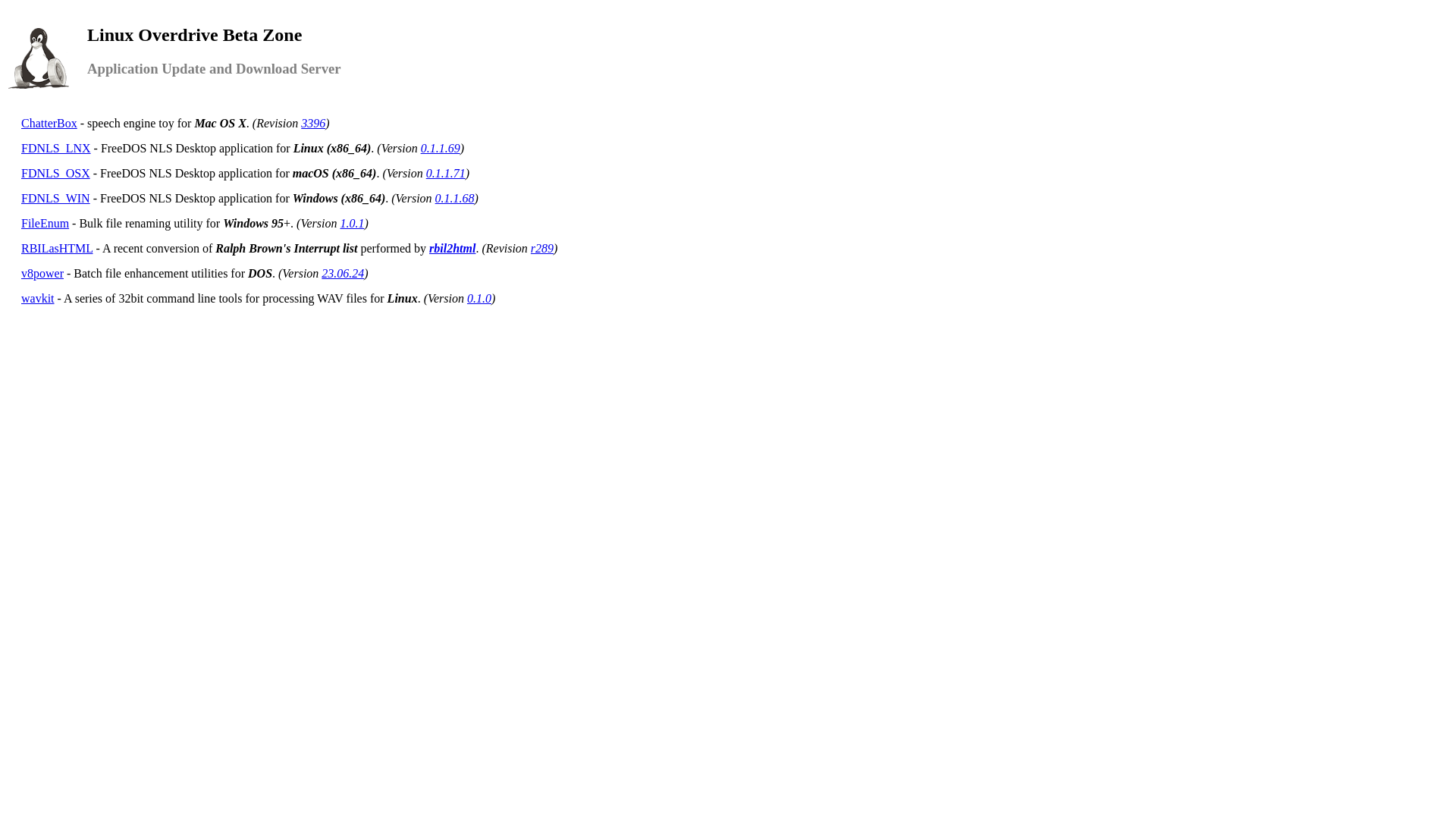  What do you see at coordinates (45, 223) in the screenshot?
I see `'FileEnum'` at bounding box center [45, 223].